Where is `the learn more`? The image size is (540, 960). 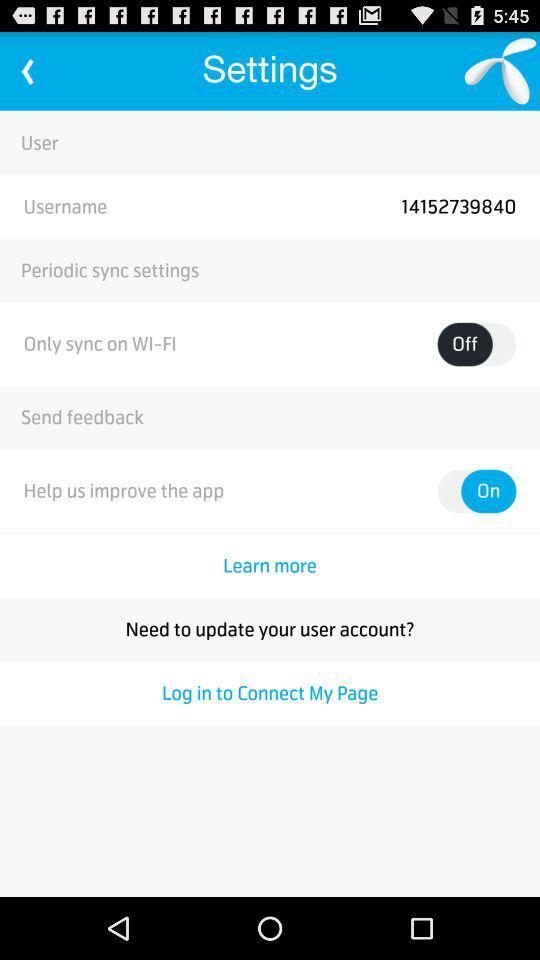
the learn more is located at coordinates (270, 566).